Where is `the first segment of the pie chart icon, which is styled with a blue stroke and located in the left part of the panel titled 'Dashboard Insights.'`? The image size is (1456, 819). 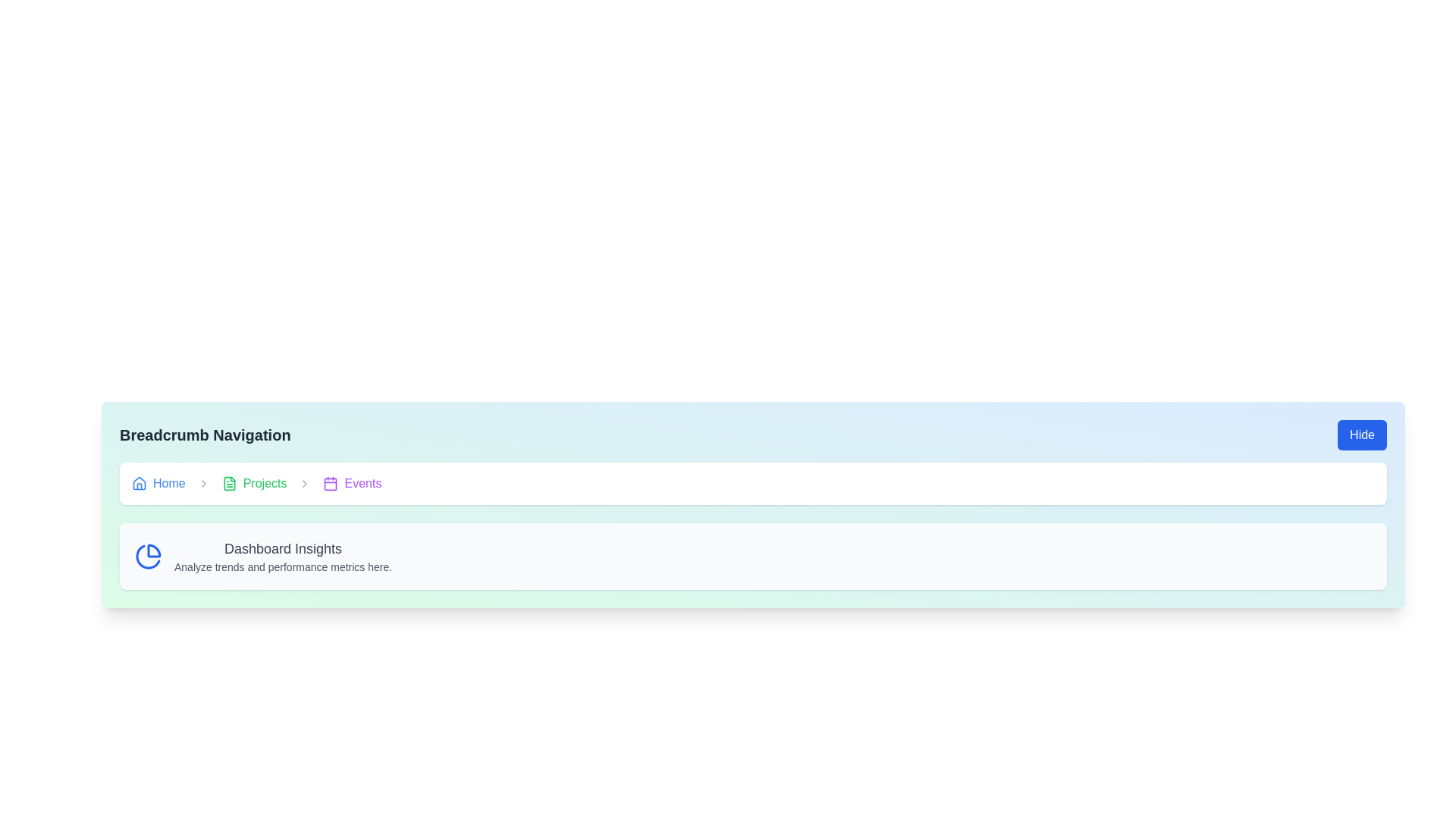
the first segment of the pie chart icon, which is styled with a blue stroke and located in the left part of the panel titled 'Dashboard Insights.' is located at coordinates (154, 551).